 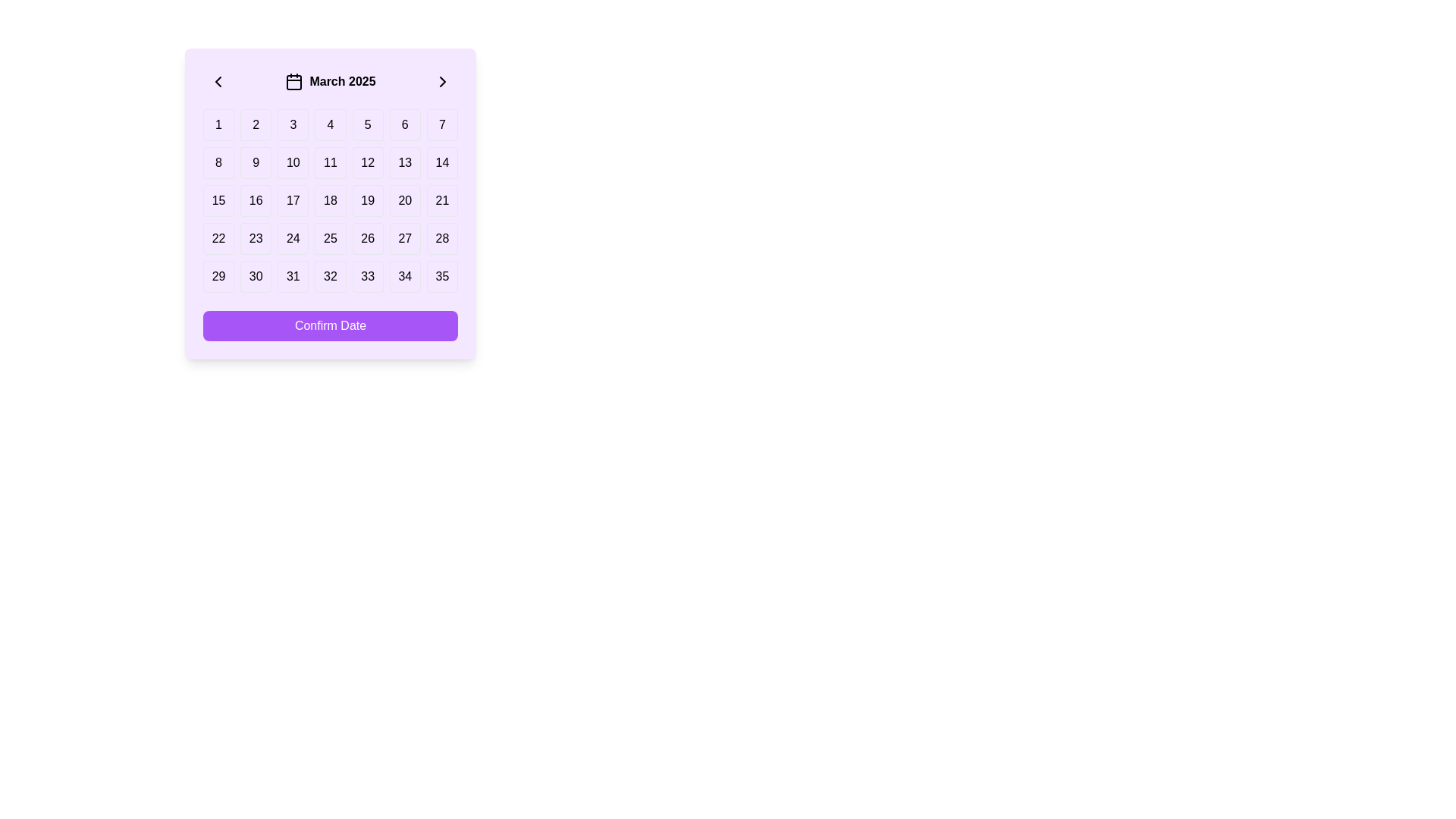 What do you see at coordinates (330, 82) in the screenshot?
I see `the Header display with navigational controls` at bounding box center [330, 82].